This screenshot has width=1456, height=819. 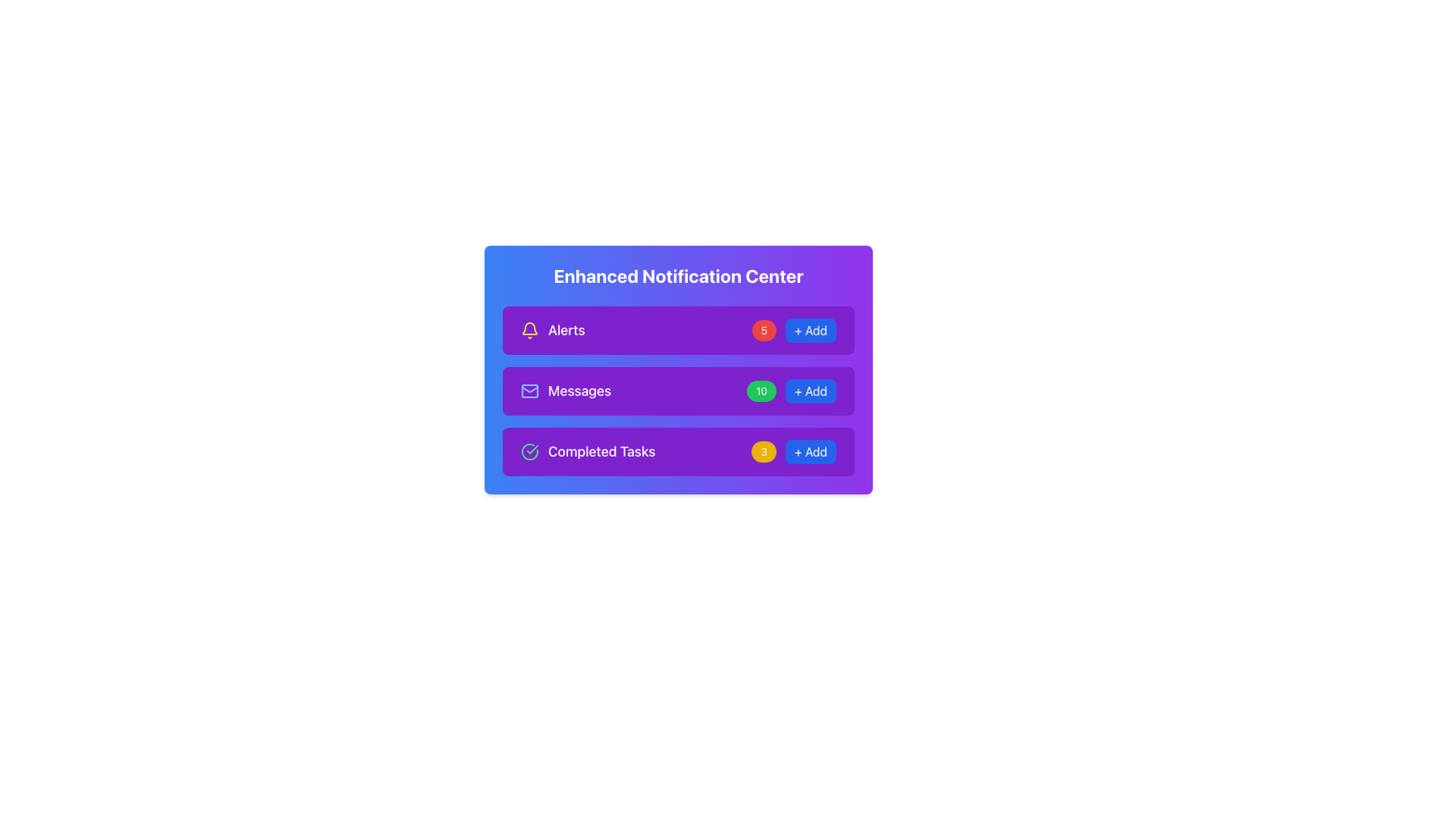 What do you see at coordinates (764, 329) in the screenshot?
I see `the small, rounded red badge displaying the digit '5', located in the 'Alerts' section, adjacent to the 'Alerts' label and before the '+ Add' button` at bounding box center [764, 329].